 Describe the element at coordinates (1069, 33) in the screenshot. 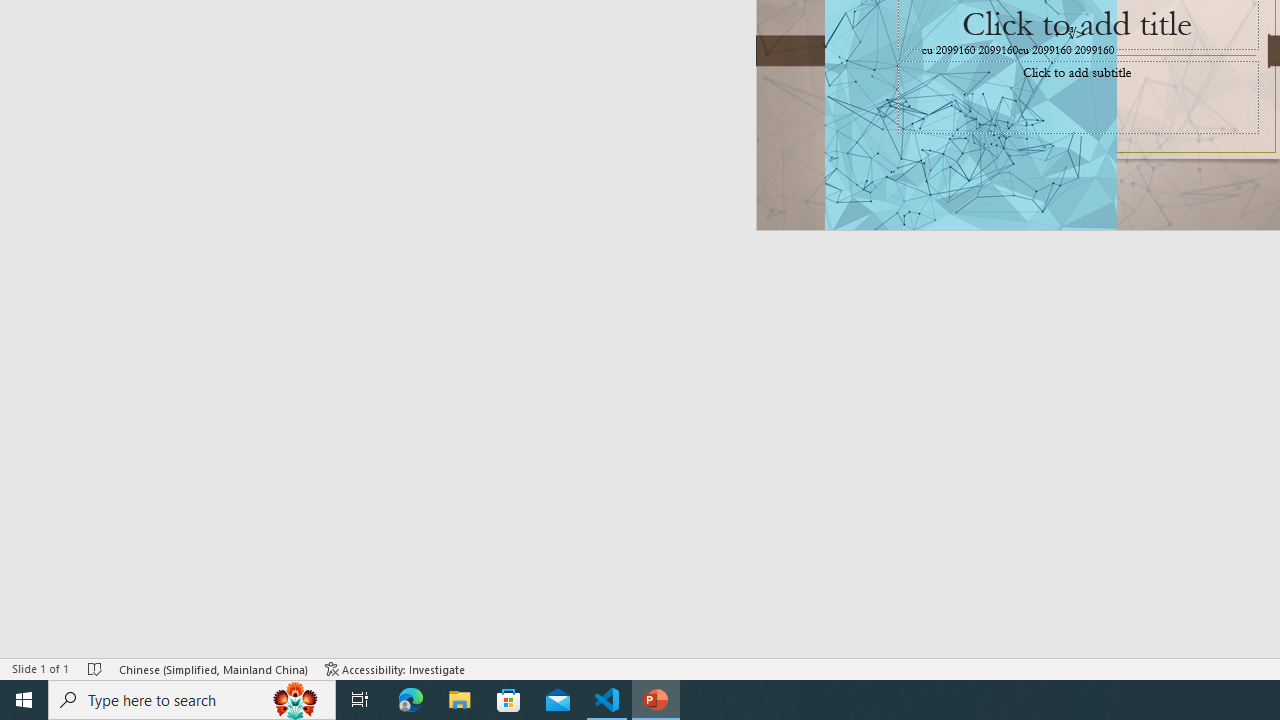

I see `'TextBox 7'` at that location.